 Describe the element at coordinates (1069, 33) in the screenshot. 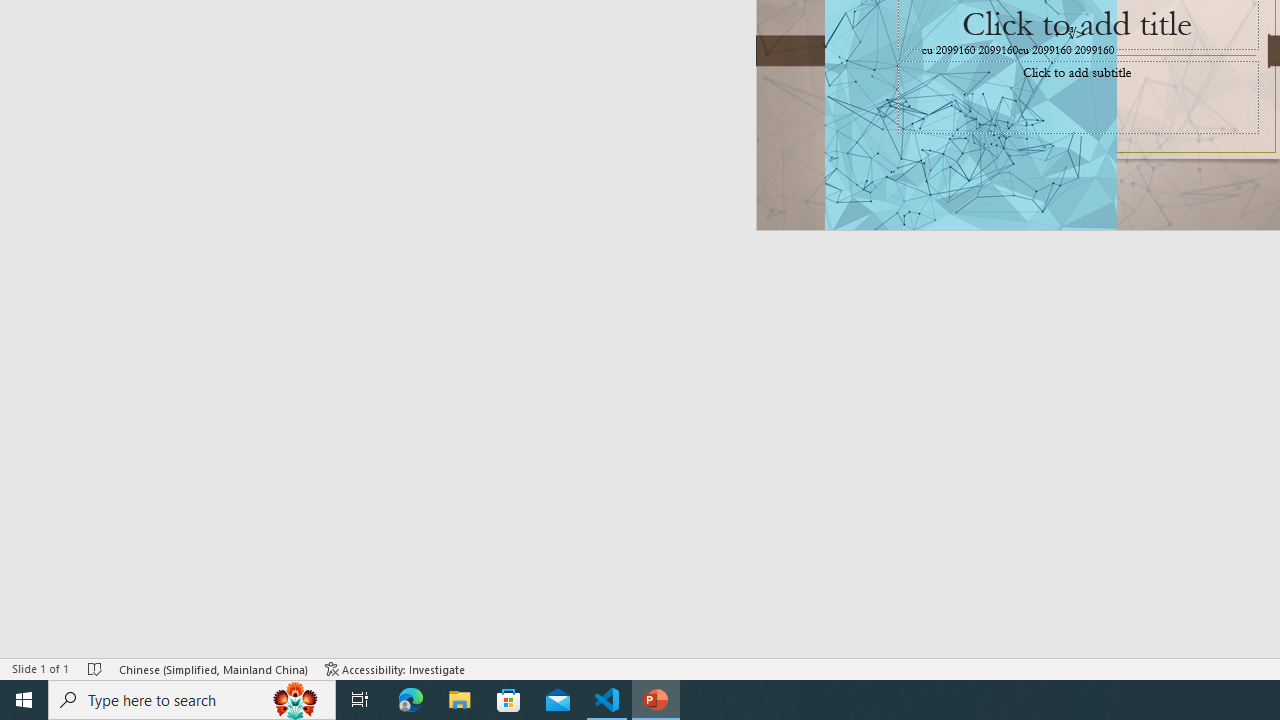

I see `'TextBox 7'` at that location.